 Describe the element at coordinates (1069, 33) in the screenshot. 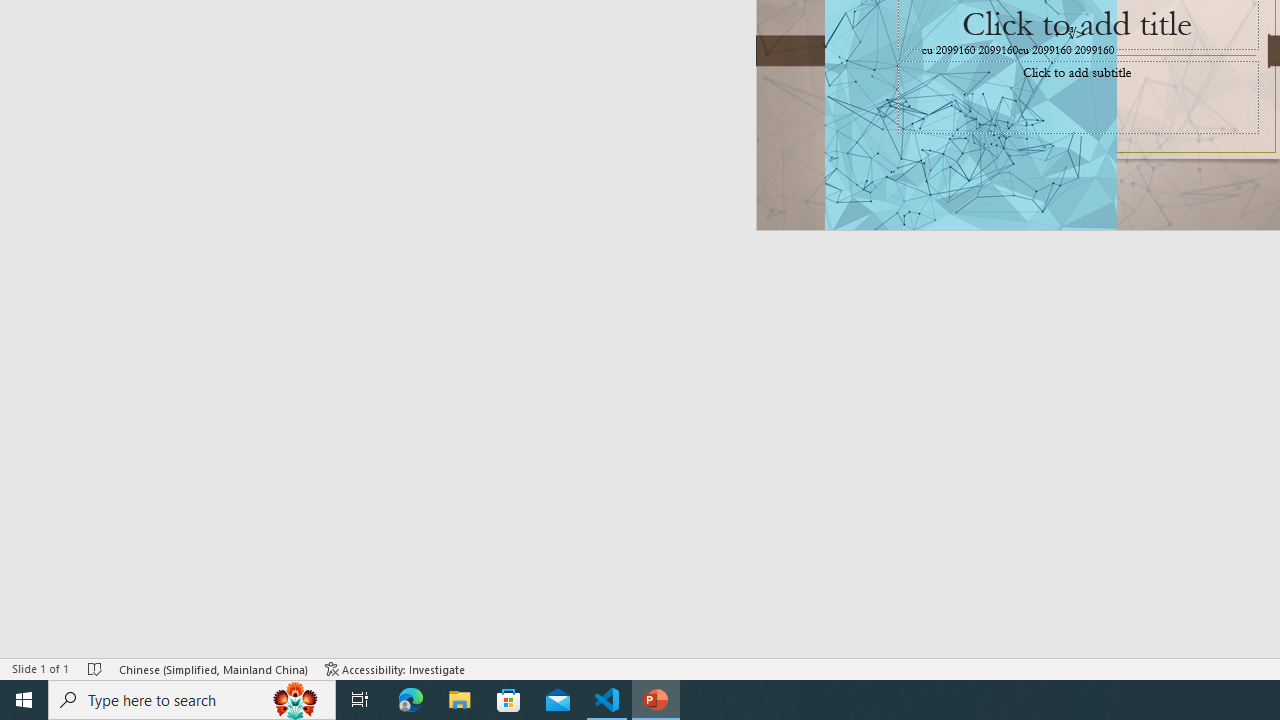

I see `'TextBox 7'` at that location.